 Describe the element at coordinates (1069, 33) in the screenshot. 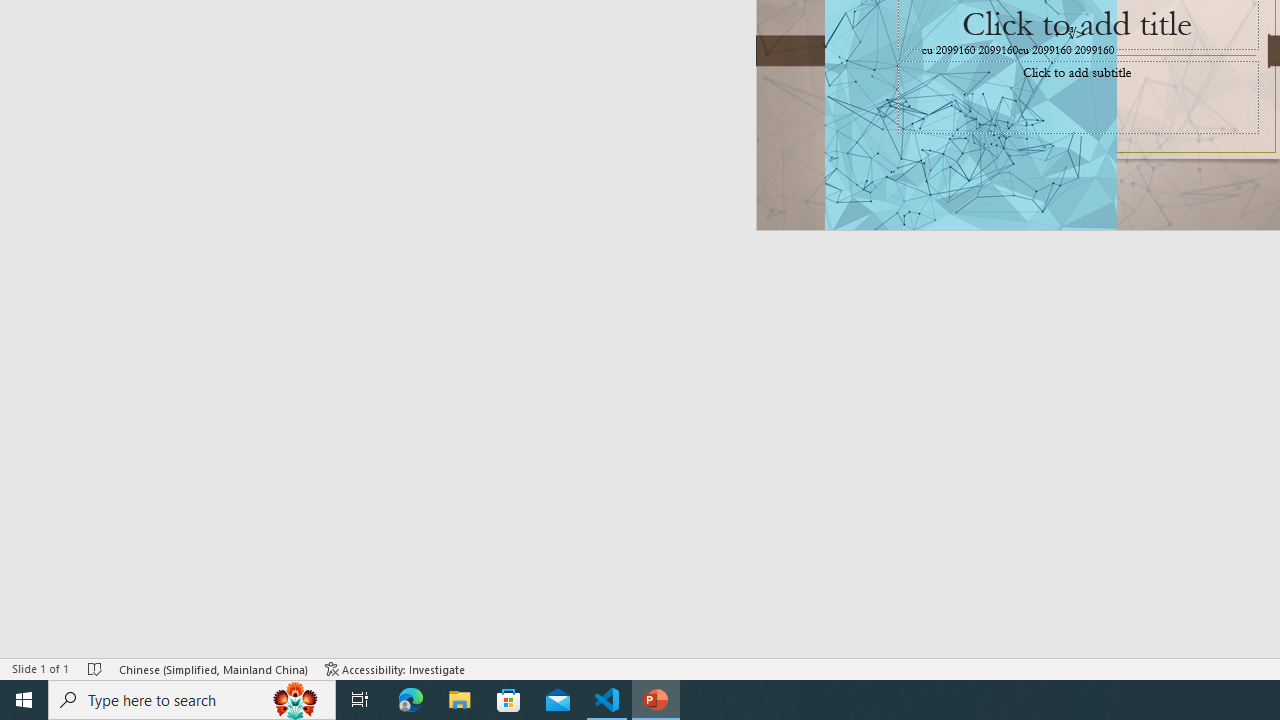

I see `'TextBox 7'` at that location.